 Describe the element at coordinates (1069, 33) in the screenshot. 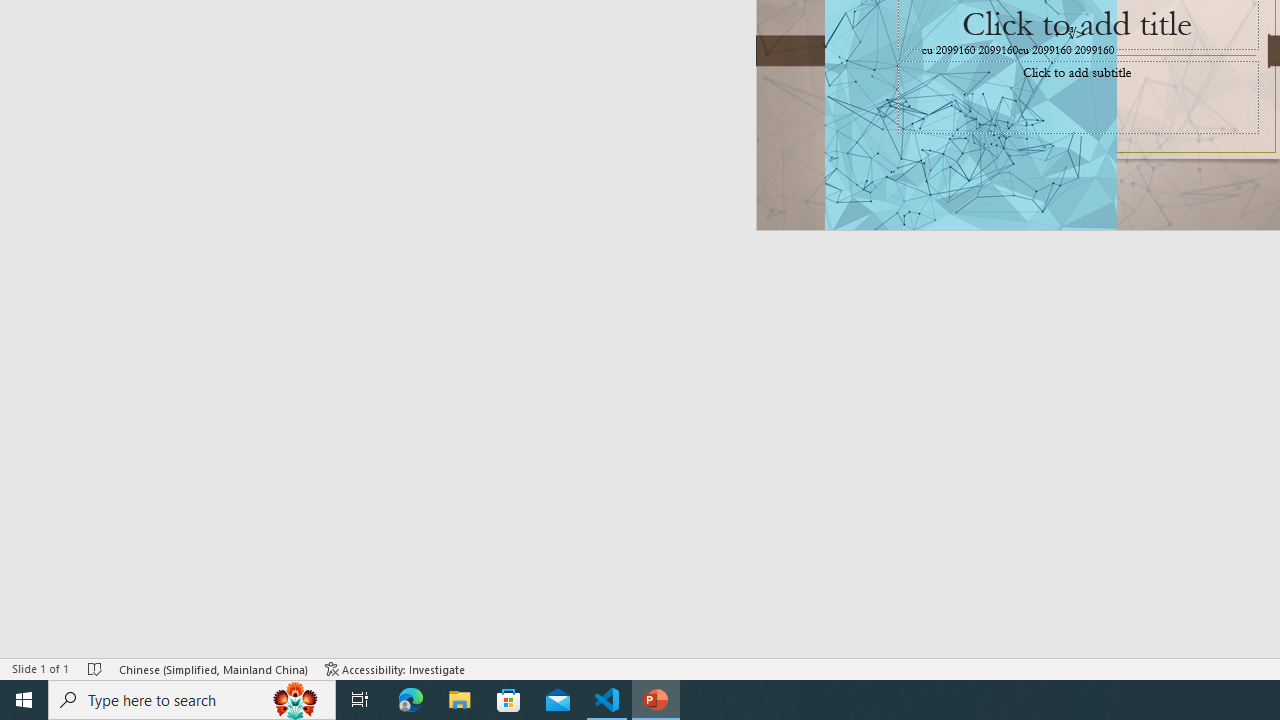

I see `'TextBox 7'` at that location.